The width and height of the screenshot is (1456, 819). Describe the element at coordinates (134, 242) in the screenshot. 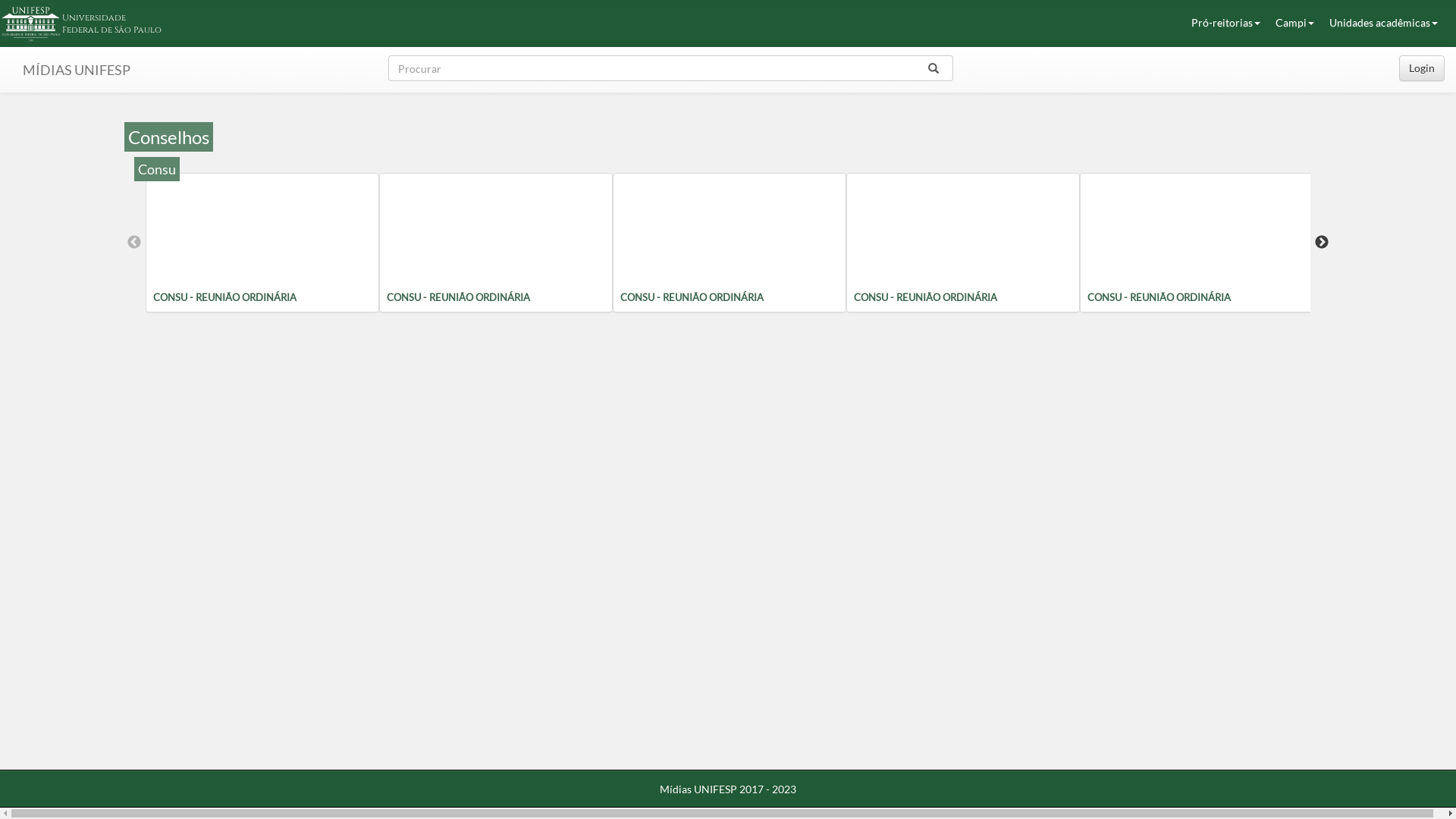

I see `'Previous'` at that location.